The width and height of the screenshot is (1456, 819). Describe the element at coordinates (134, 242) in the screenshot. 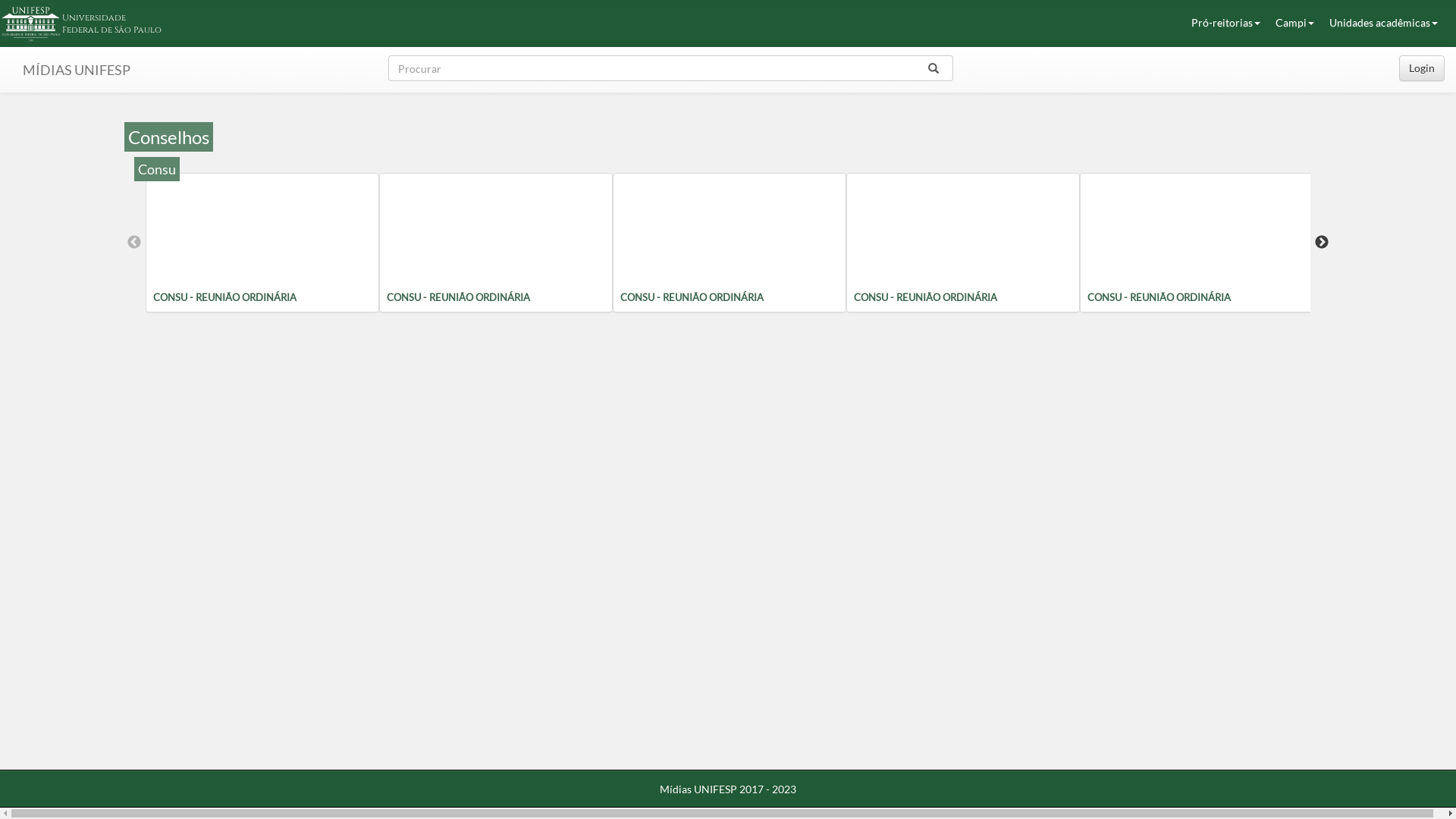

I see `'Previous'` at that location.